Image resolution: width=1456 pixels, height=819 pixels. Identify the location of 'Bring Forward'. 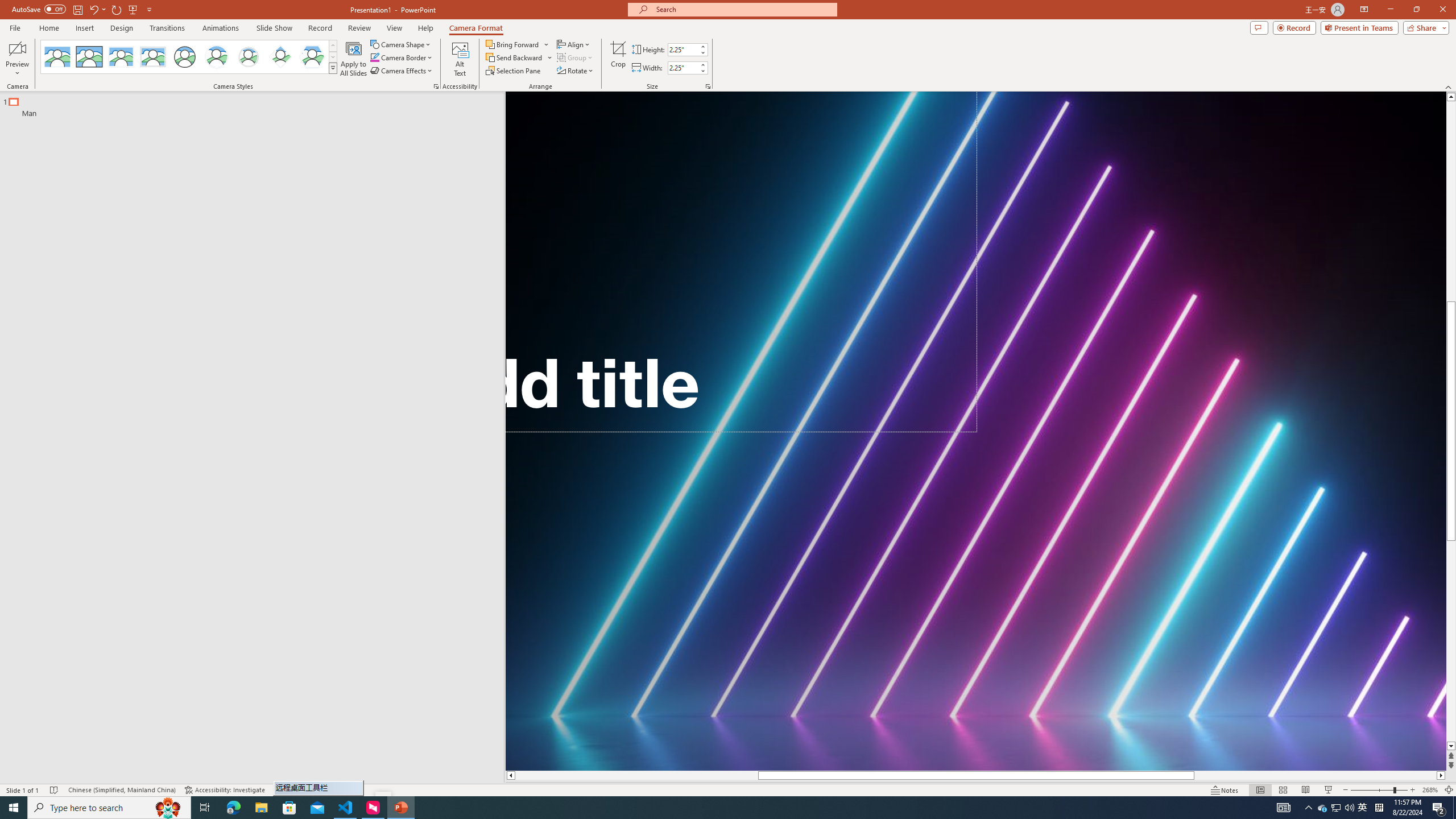
(517, 44).